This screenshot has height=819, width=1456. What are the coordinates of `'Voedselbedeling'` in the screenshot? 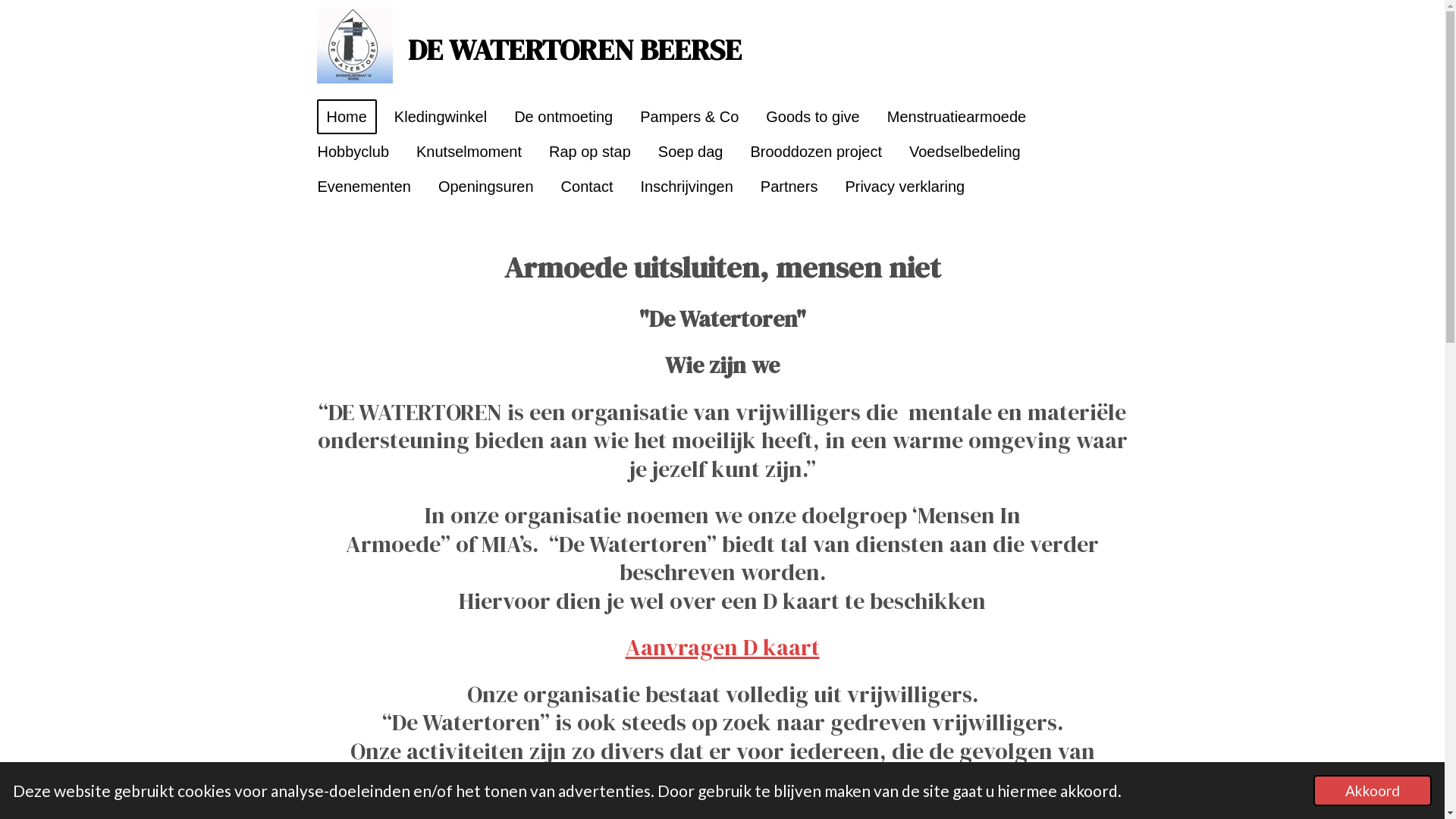 It's located at (964, 152).